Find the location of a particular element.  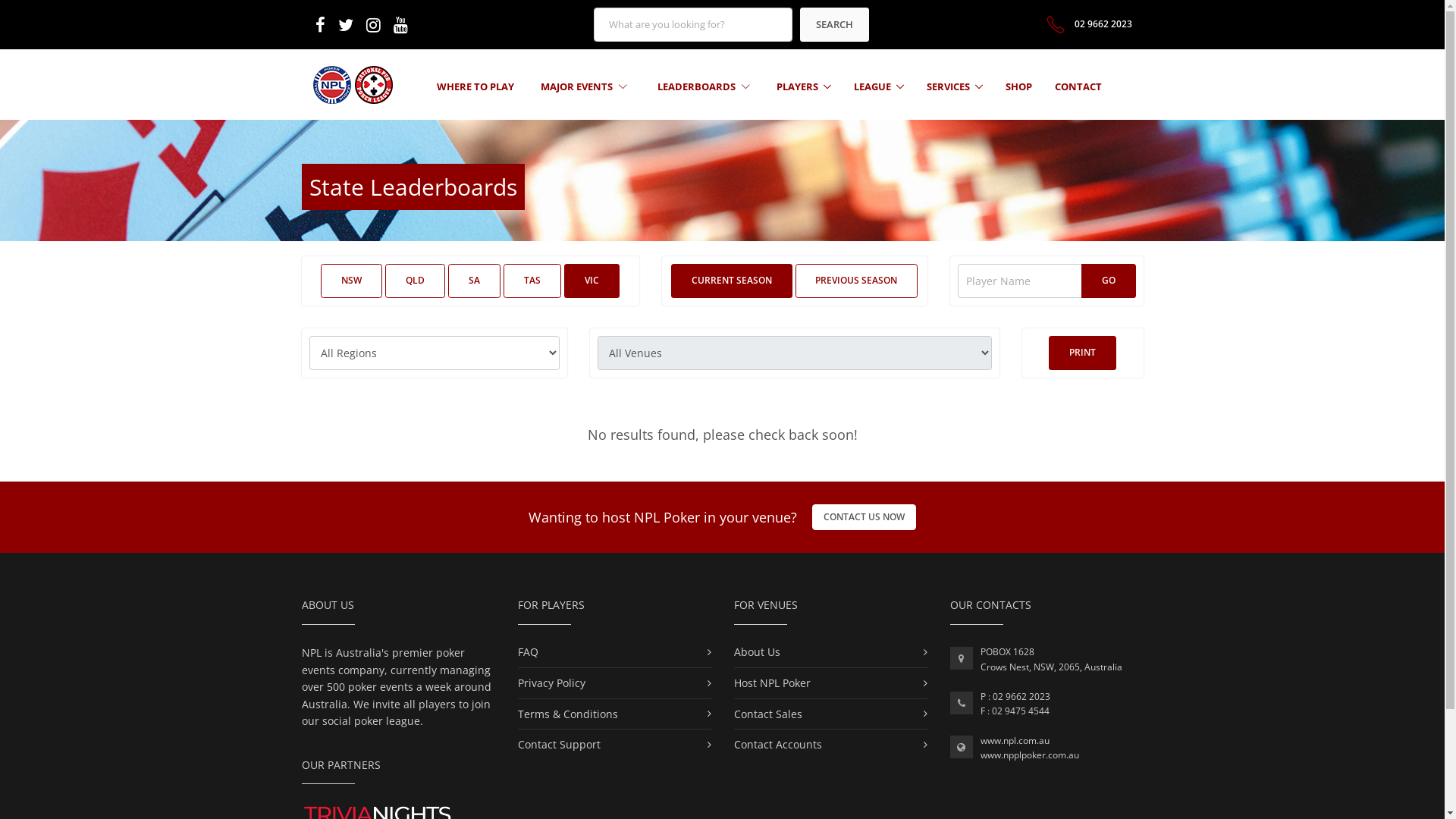

'SHOP' is located at coordinates (1018, 86).